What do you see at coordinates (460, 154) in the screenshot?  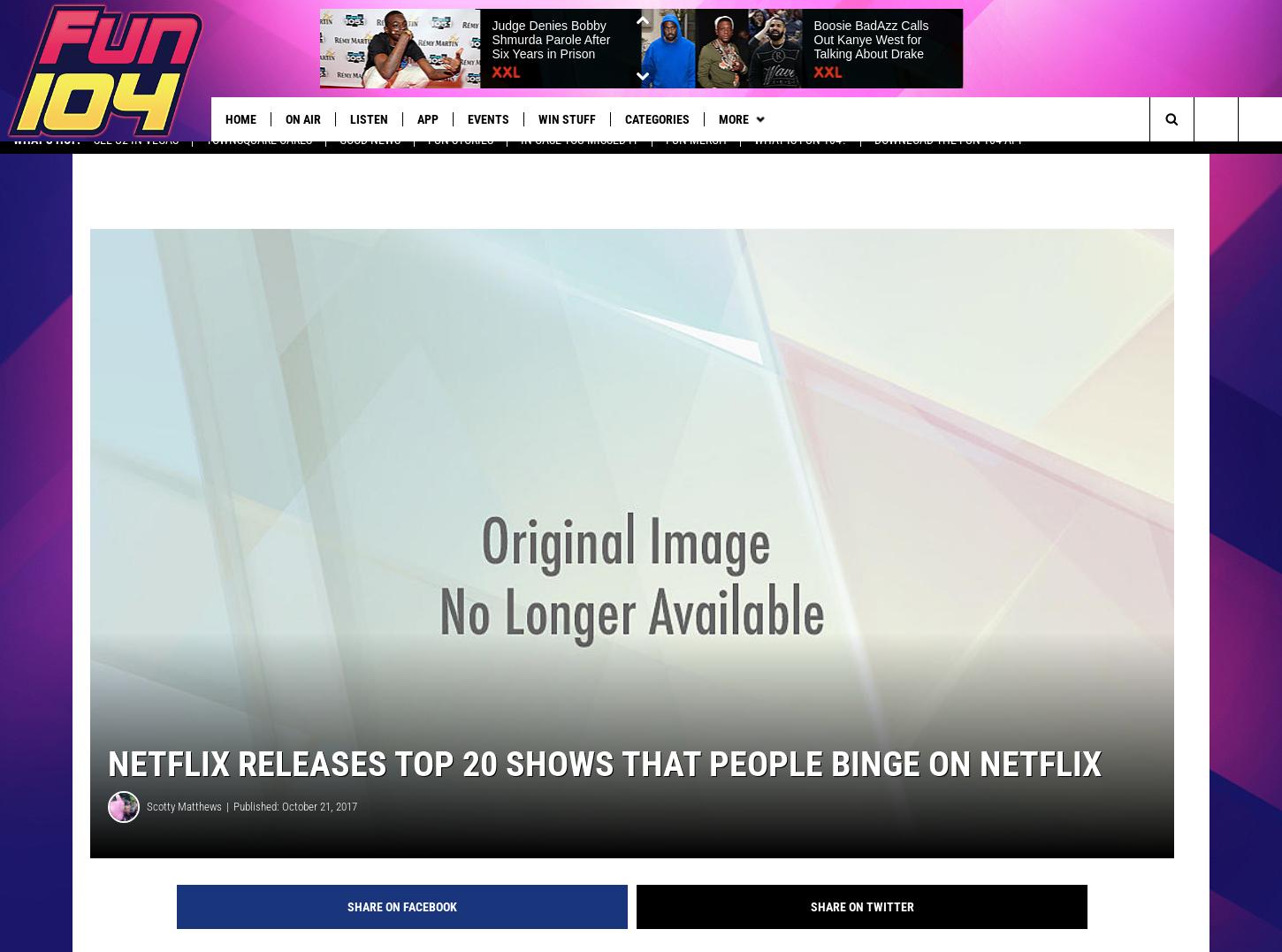 I see `'Fun Stories'` at bounding box center [460, 154].